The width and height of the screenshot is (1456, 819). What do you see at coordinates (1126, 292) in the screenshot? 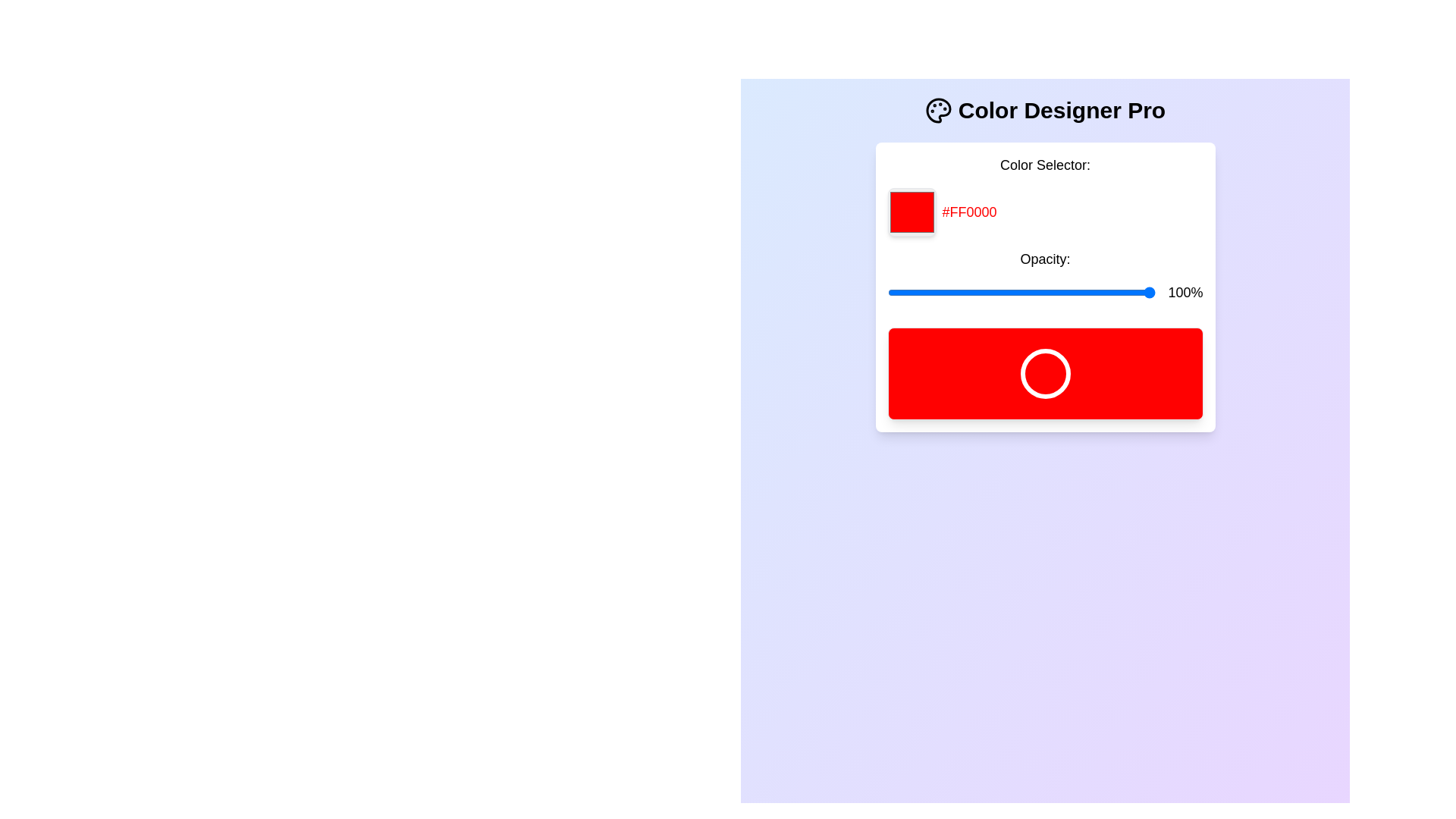
I see `opacity` at bounding box center [1126, 292].